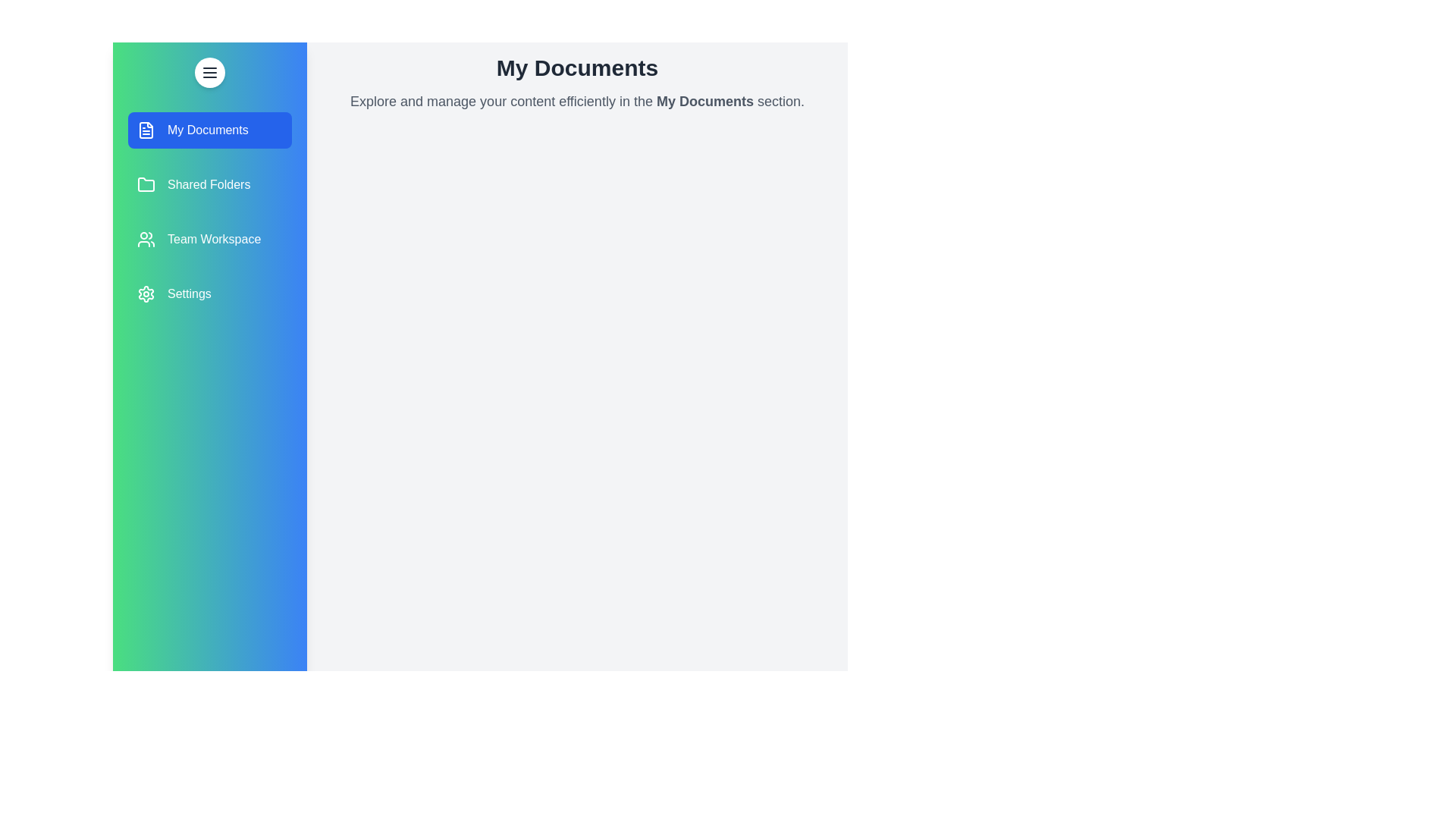 The width and height of the screenshot is (1456, 819). Describe the element at coordinates (209, 73) in the screenshot. I see `the toggle button to expand or collapse the drawer` at that location.